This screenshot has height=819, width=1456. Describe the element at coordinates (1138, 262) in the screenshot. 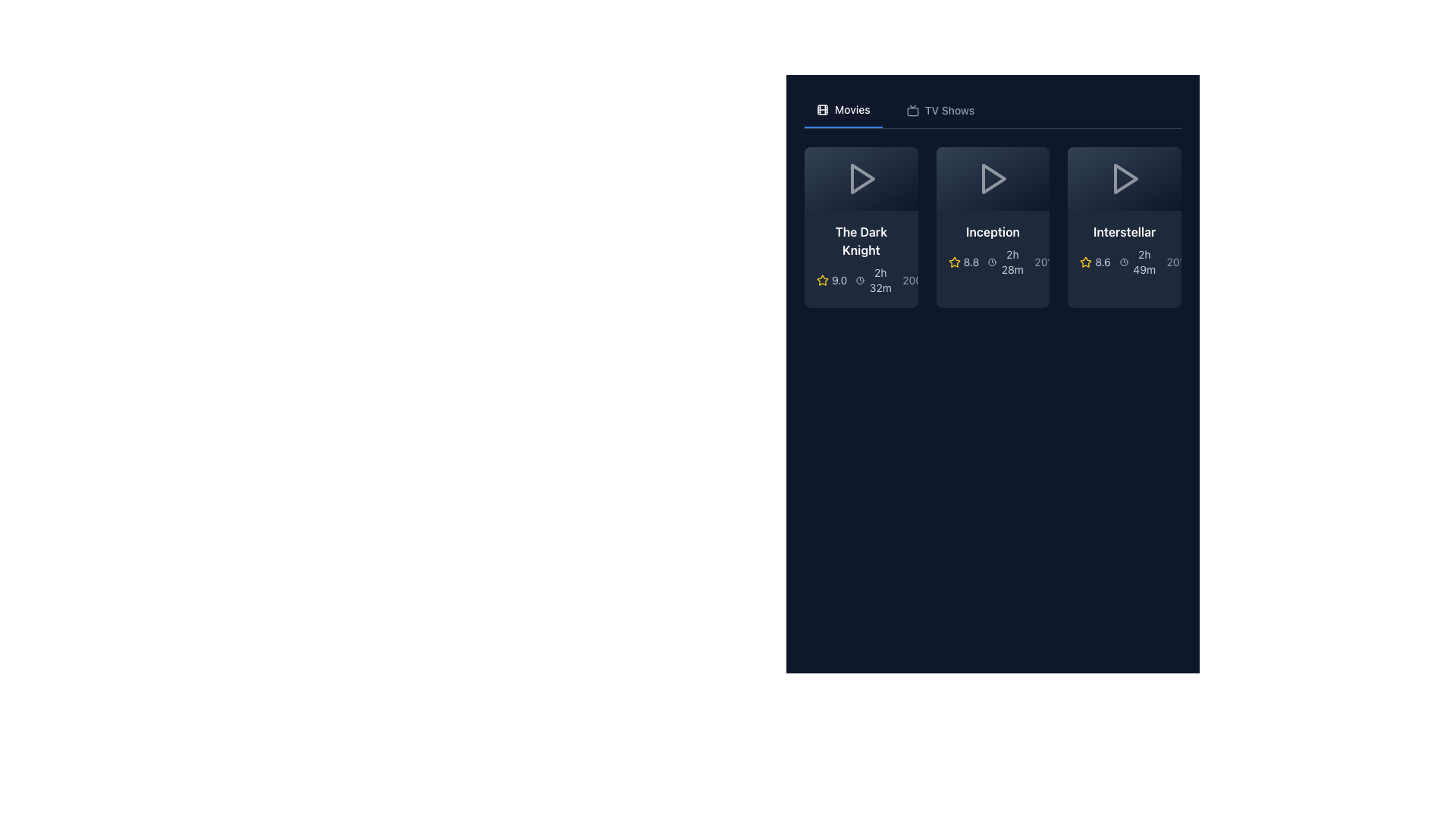

I see `the Text label displaying the runtime information of the movie 'Interstellar', which indicates a duration of 2 hours and 49 minutes` at that location.